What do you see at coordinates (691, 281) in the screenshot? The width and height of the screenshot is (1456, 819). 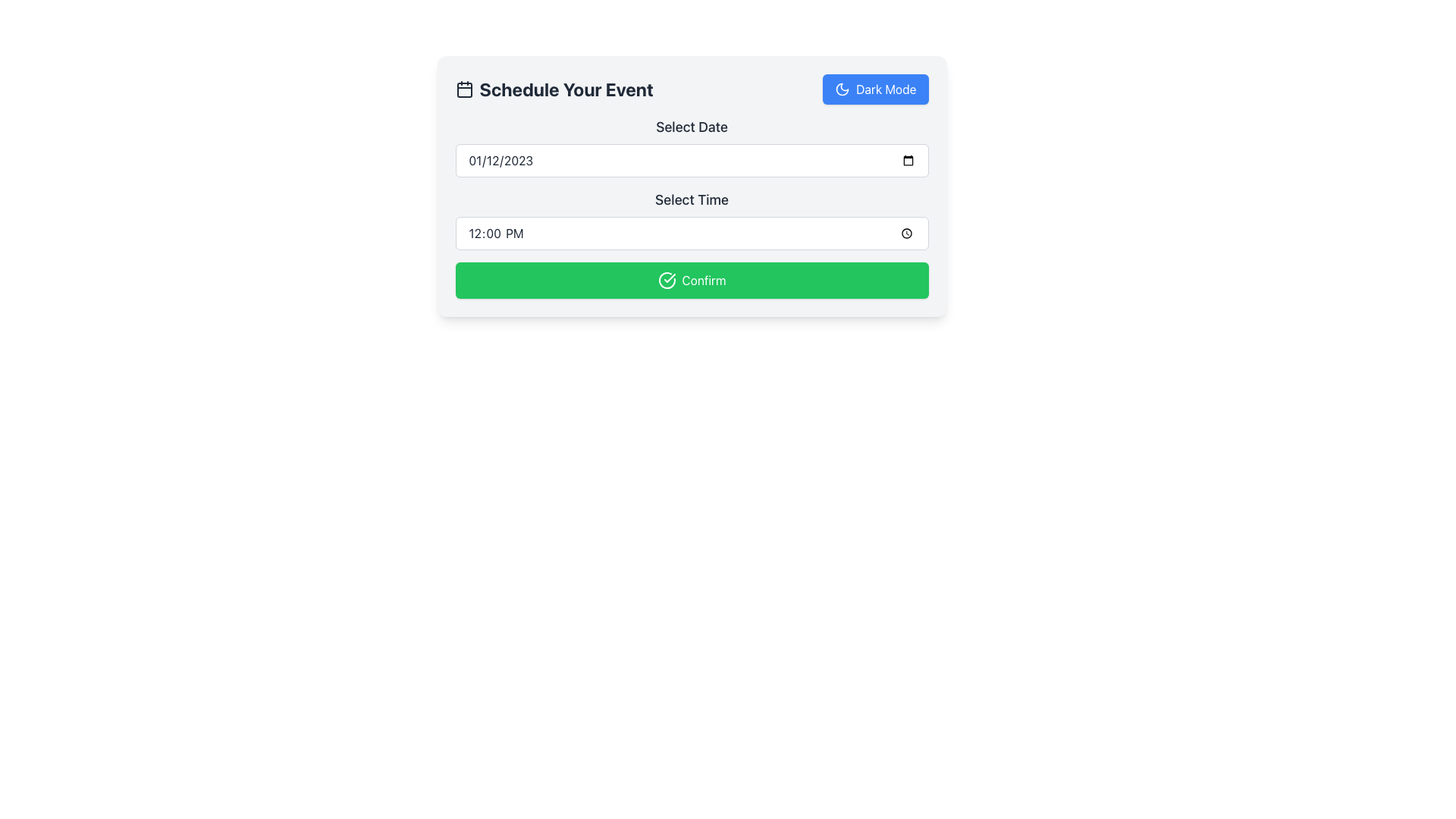 I see `the submission button located at the bottom of the dialog box to confirm the selected date and time inputs` at bounding box center [691, 281].